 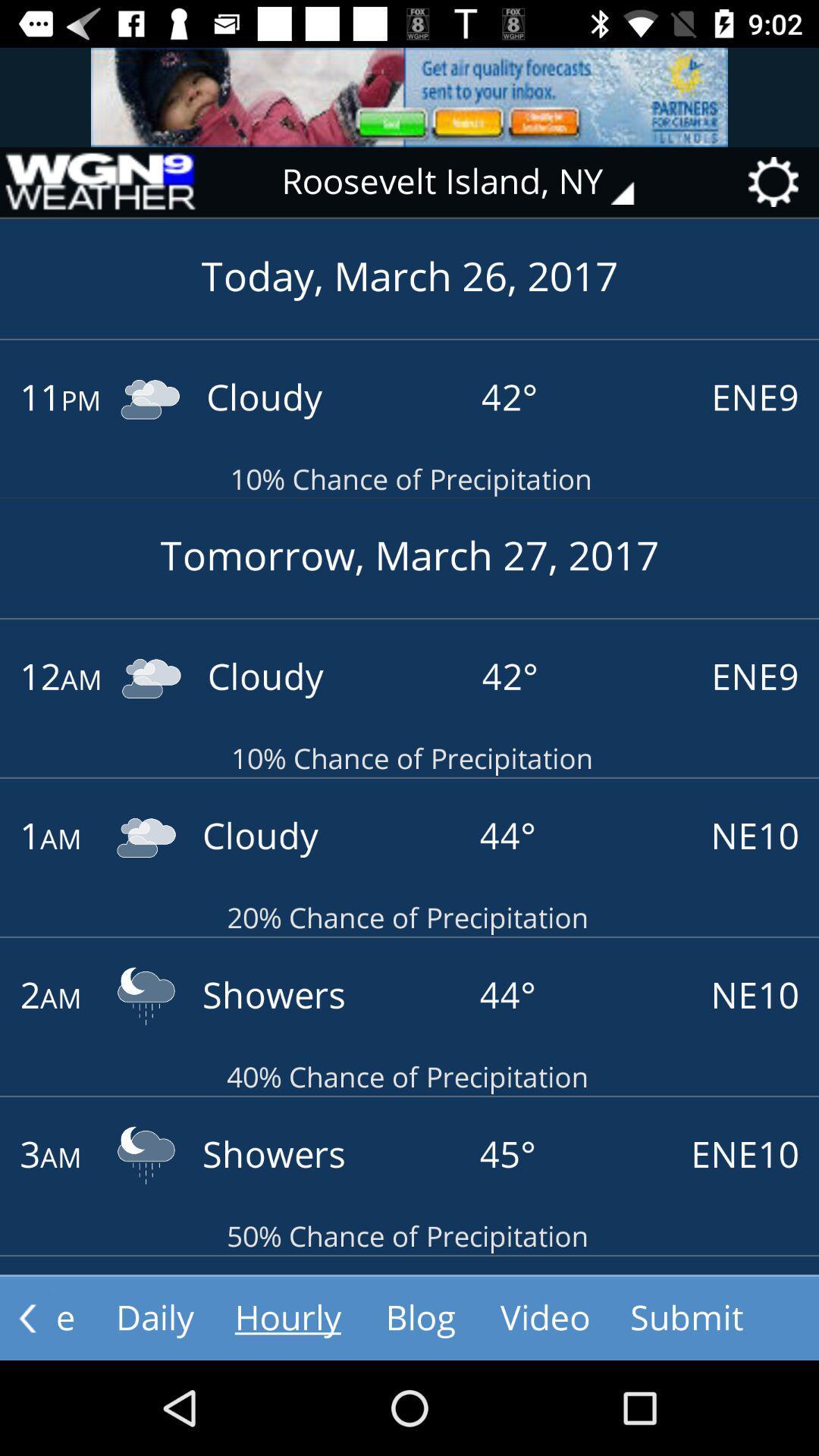 What do you see at coordinates (99, 182) in the screenshot?
I see `home page` at bounding box center [99, 182].